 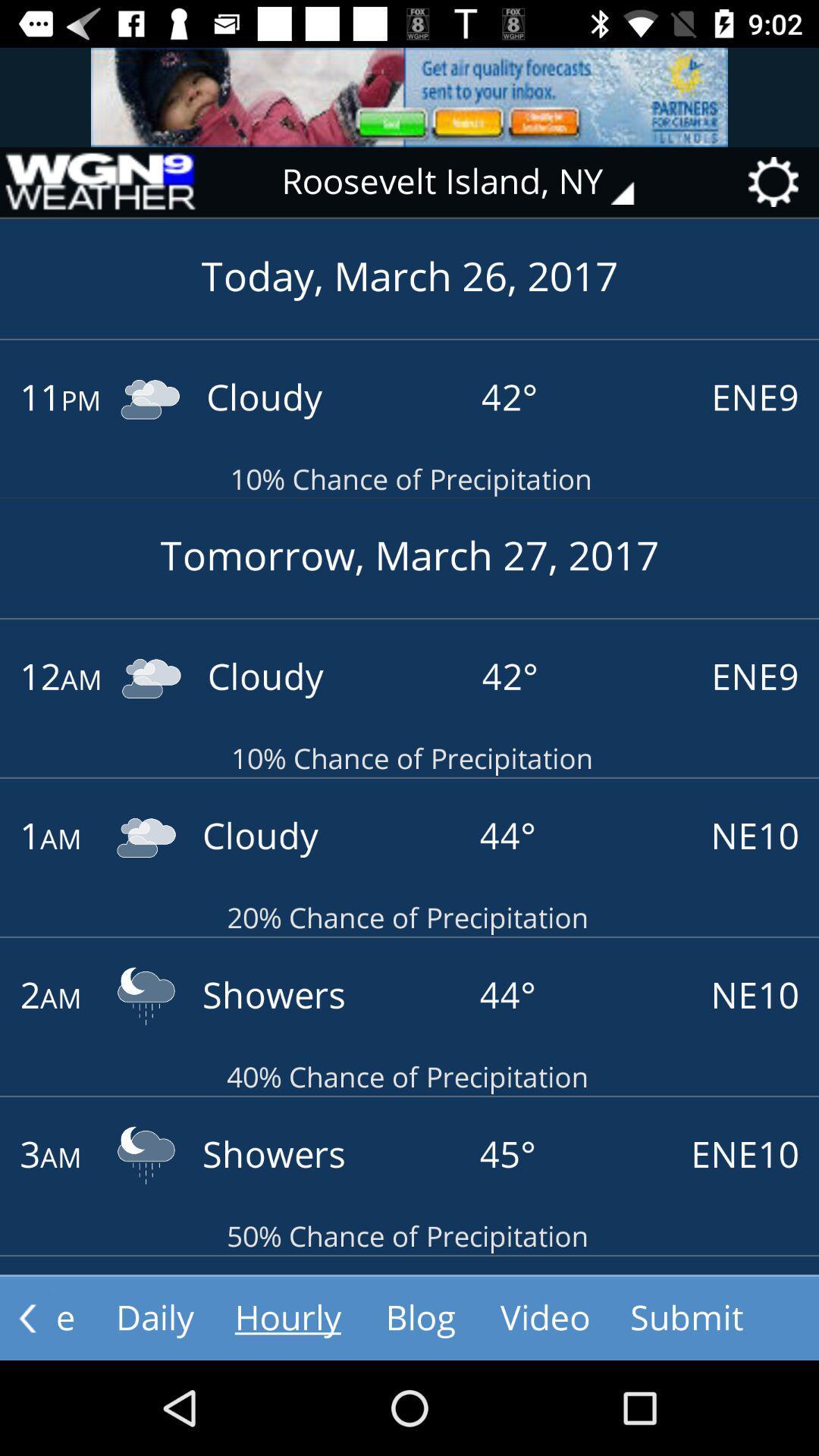 What do you see at coordinates (99, 182) in the screenshot?
I see `home page` at bounding box center [99, 182].